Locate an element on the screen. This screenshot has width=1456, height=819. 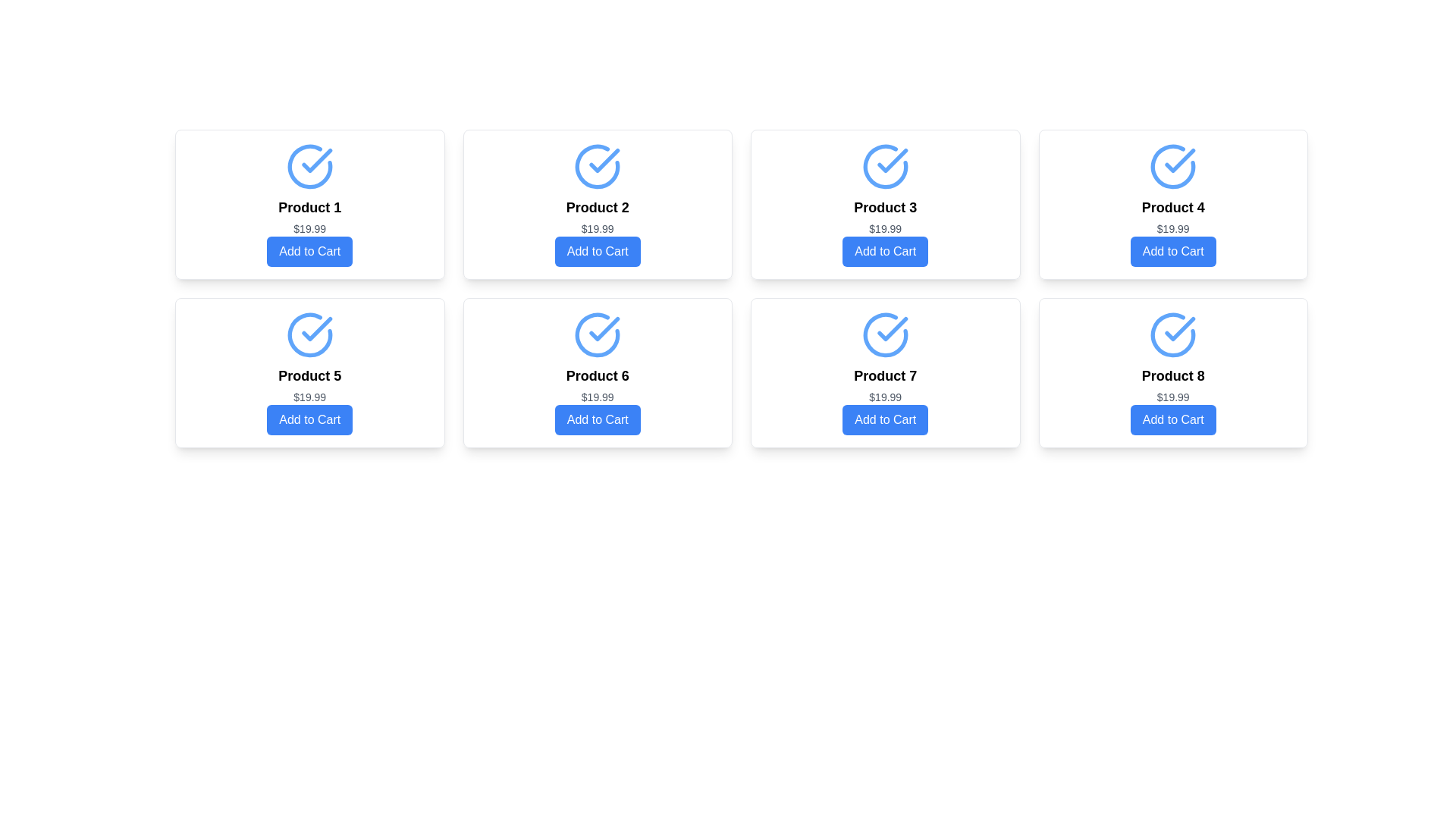
circular check icon with a blue outline and checkmark at the top of the 'Product 4' card is located at coordinates (1172, 166).